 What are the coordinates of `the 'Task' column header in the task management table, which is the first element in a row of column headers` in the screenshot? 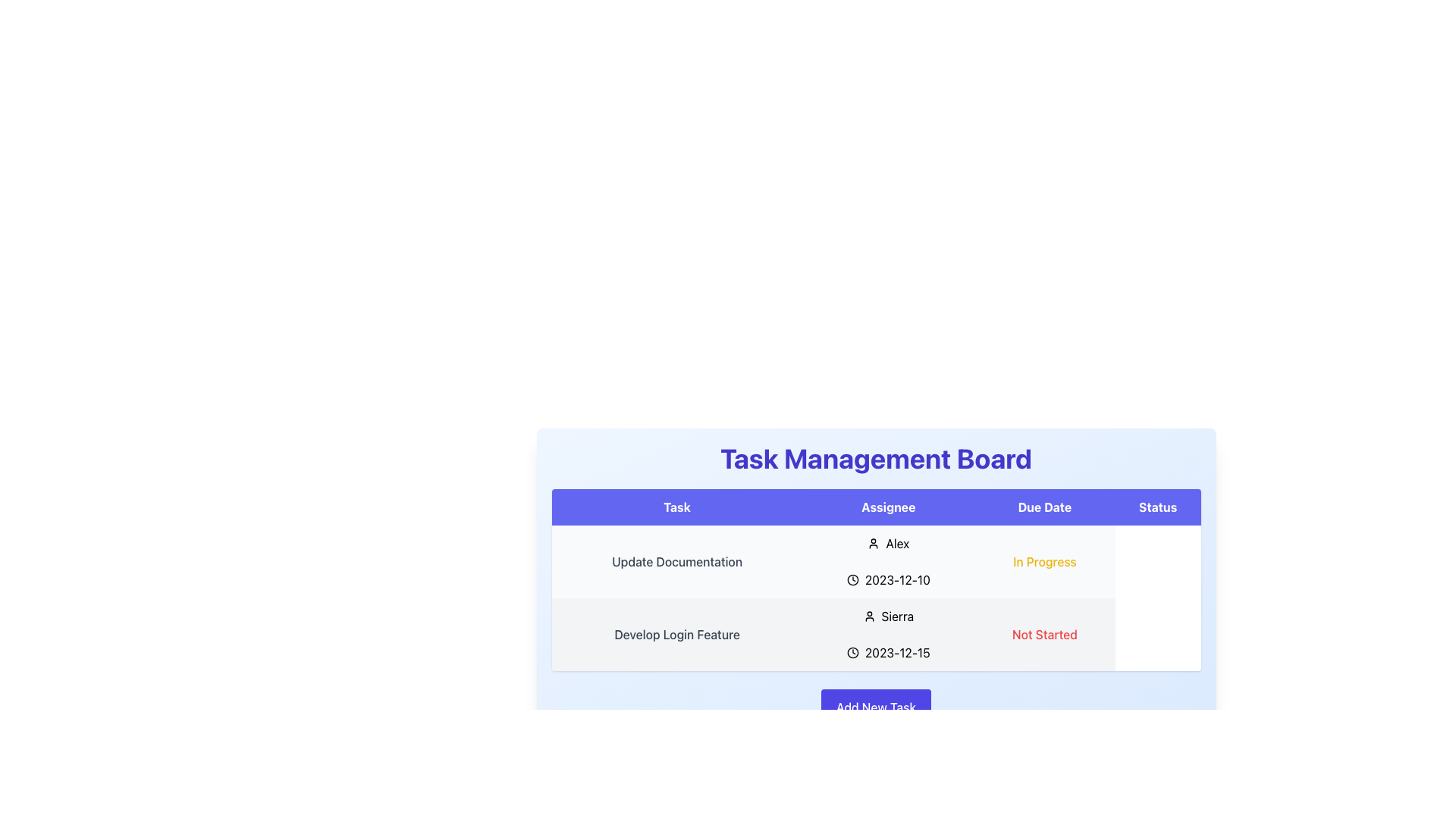 It's located at (676, 507).